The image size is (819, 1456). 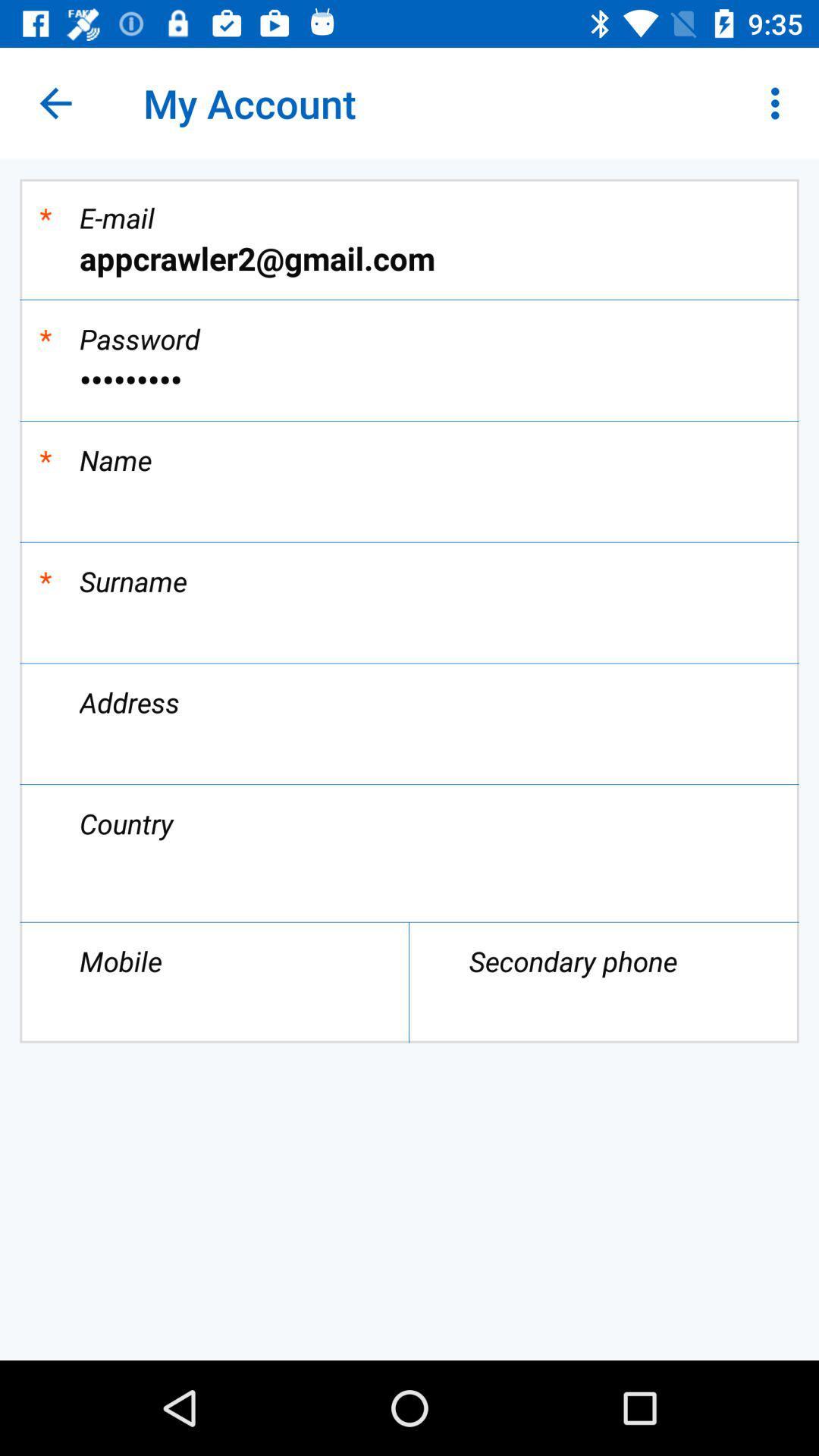 I want to click on give you access to type surname, so click(x=409, y=621).